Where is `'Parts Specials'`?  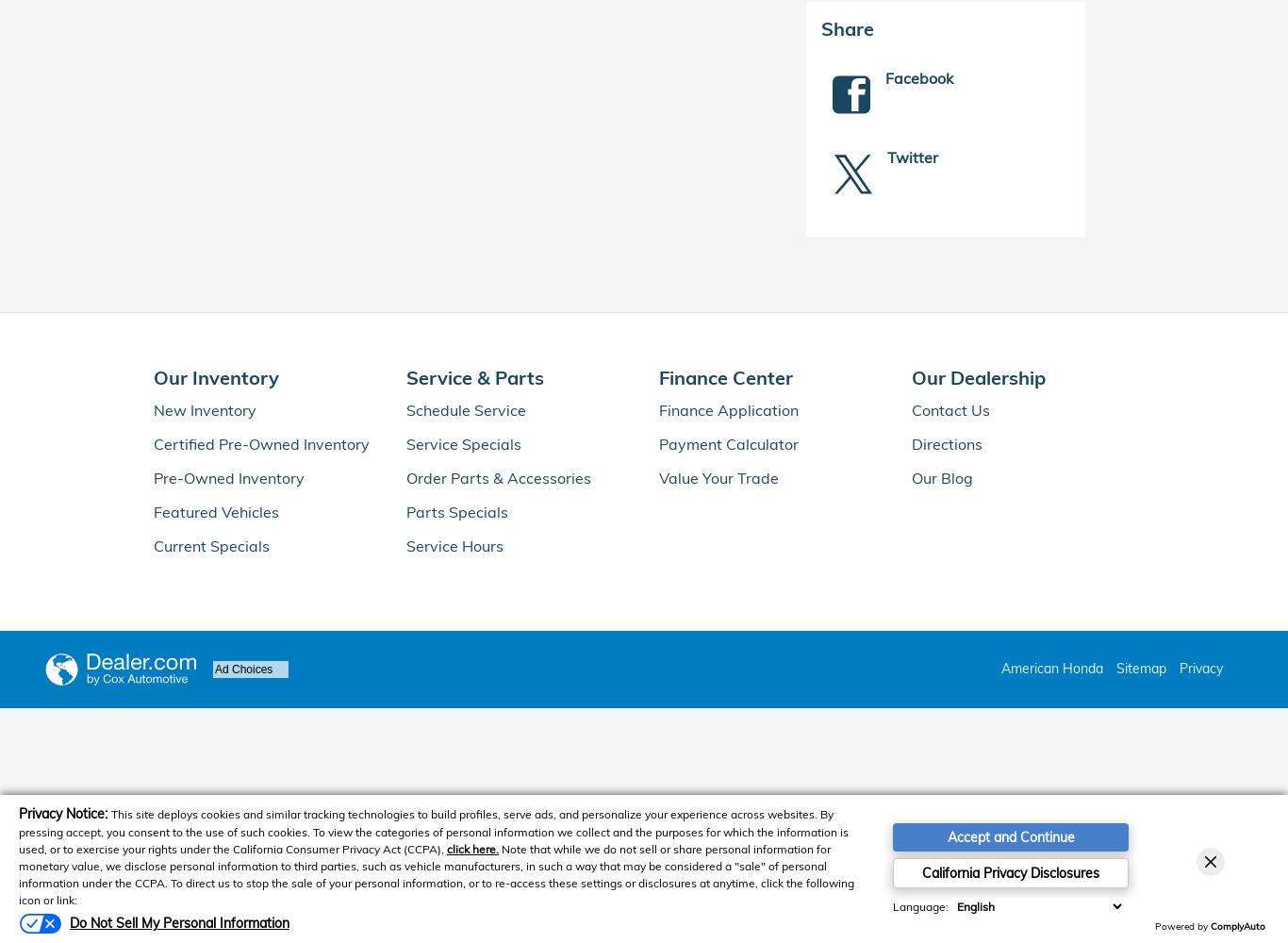 'Parts Specials' is located at coordinates (457, 511).